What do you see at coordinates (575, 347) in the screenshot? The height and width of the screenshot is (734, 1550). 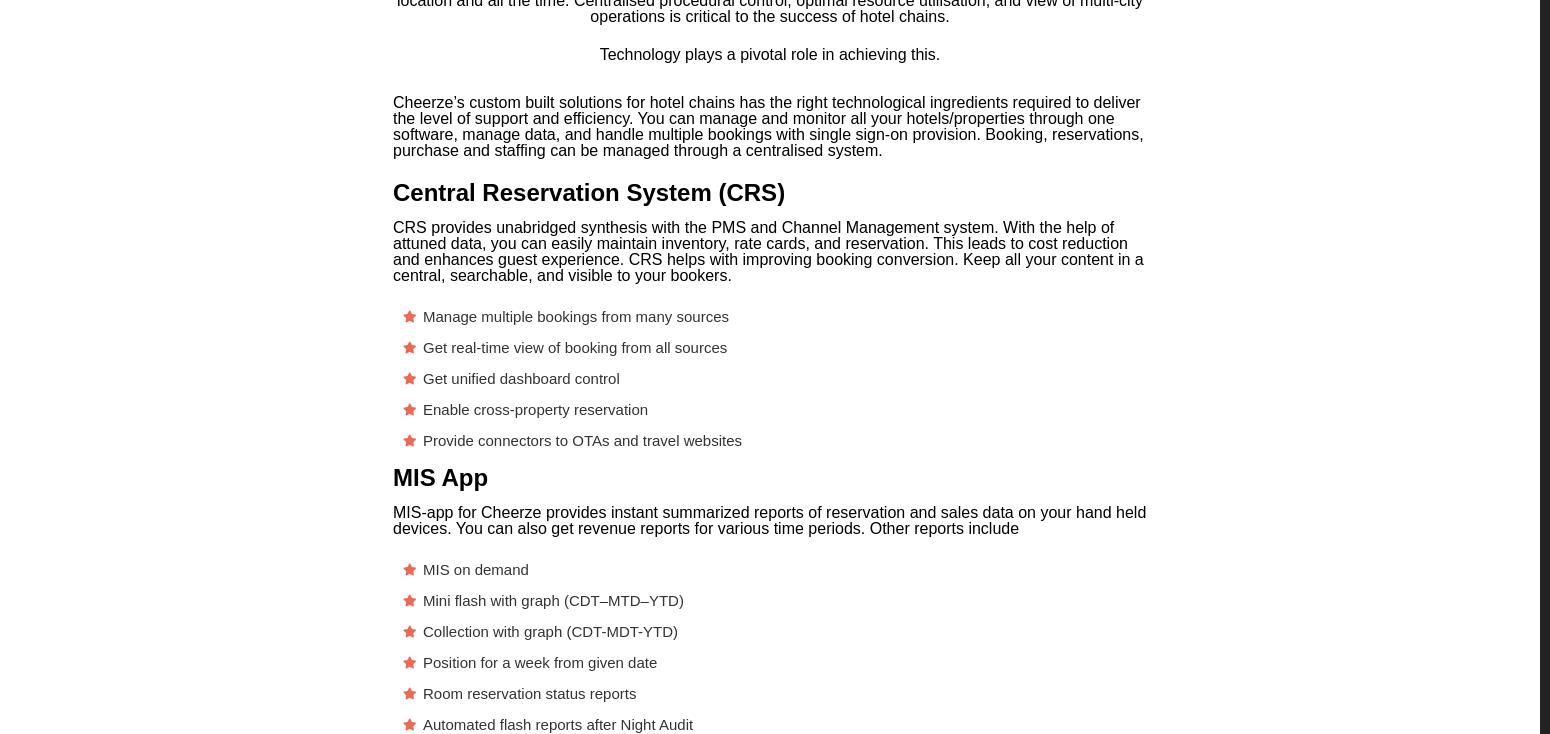 I see `'Get real-time view of booking from all sources'` at bounding box center [575, 347].